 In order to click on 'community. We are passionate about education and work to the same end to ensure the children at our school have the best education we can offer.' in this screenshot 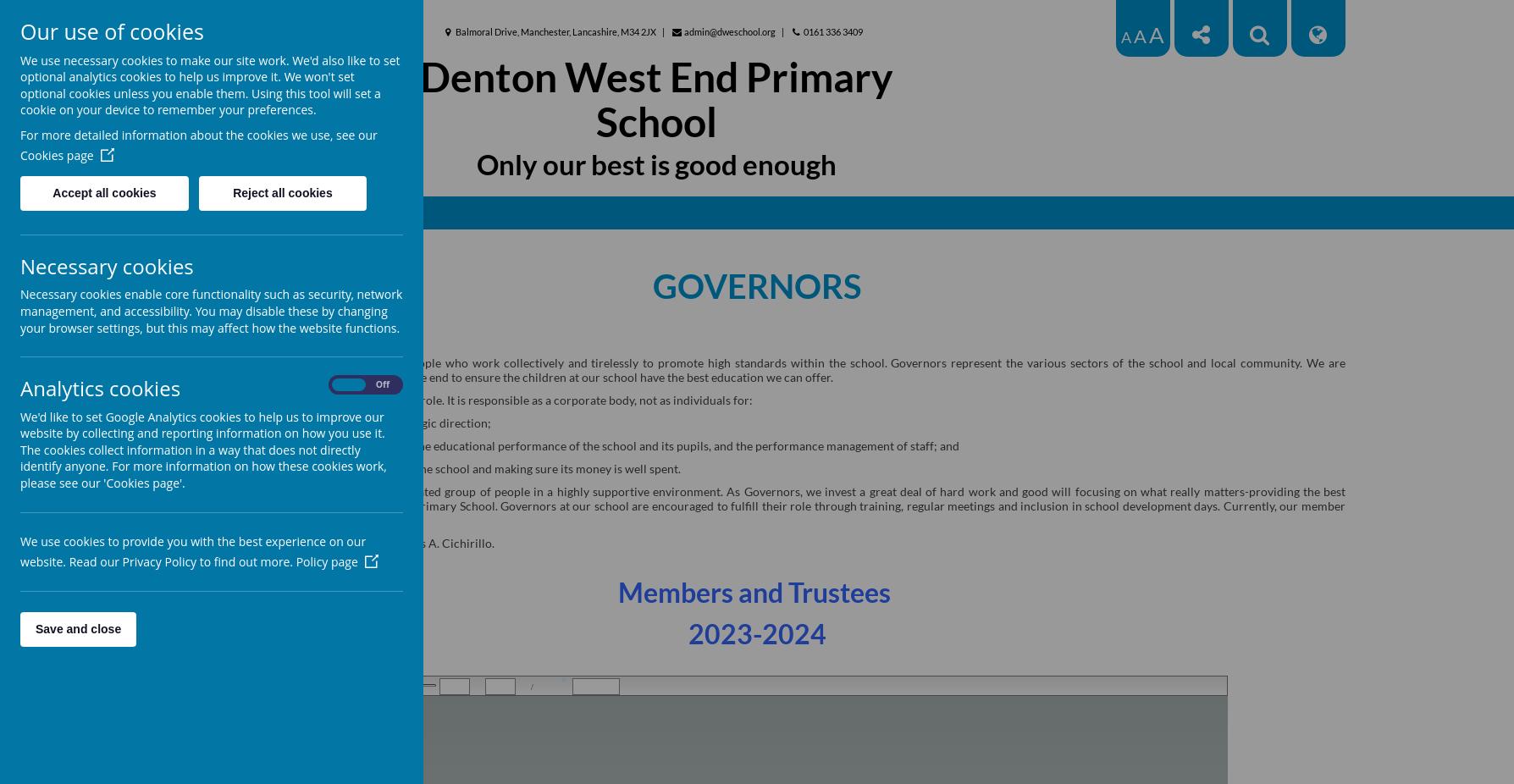, I will do `click(757, 368)`.